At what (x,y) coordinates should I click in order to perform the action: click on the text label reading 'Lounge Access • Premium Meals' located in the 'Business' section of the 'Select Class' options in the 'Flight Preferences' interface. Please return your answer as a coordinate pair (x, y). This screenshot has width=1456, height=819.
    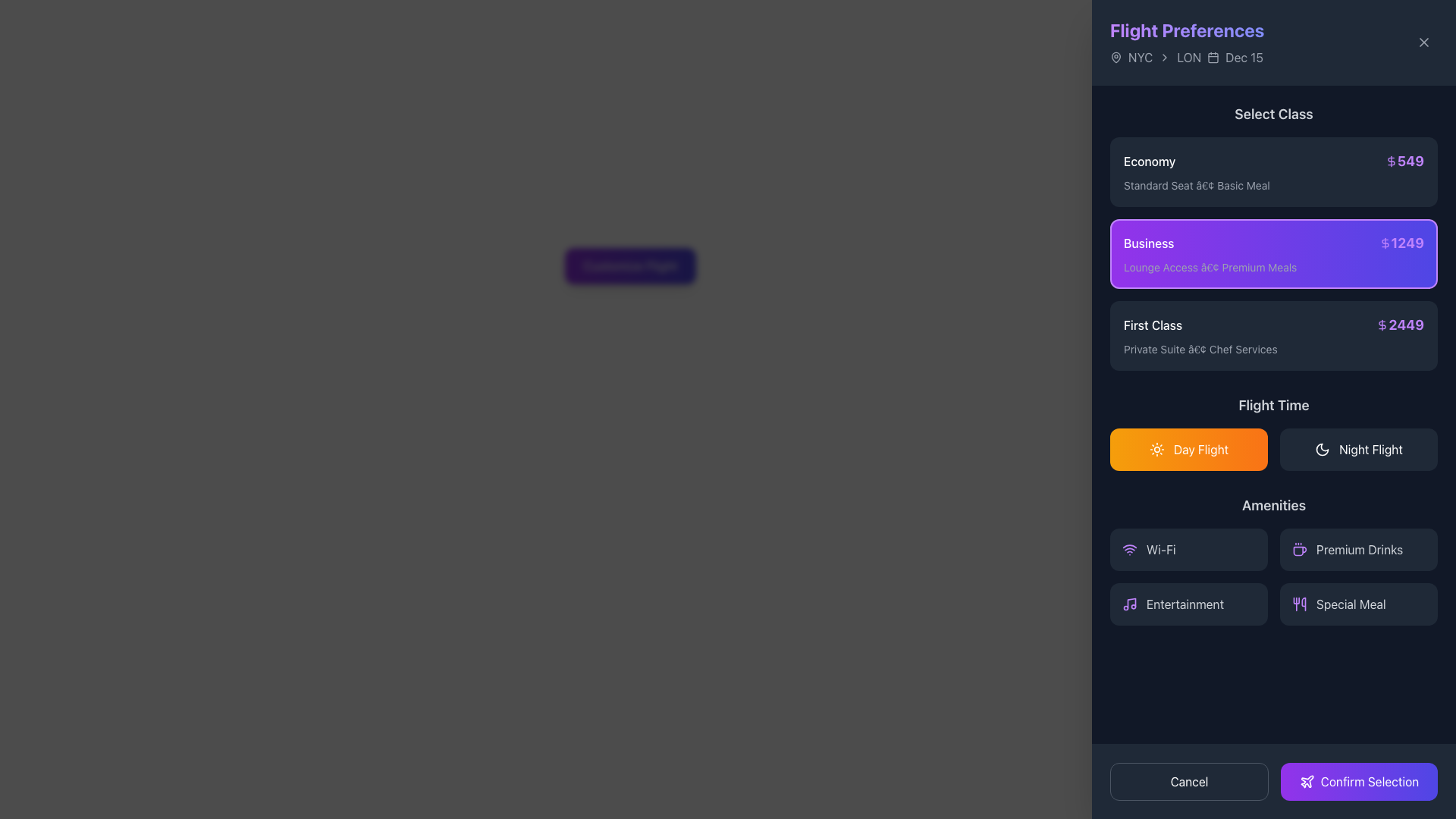
    Looking at the image, I should click on (1274, 267).